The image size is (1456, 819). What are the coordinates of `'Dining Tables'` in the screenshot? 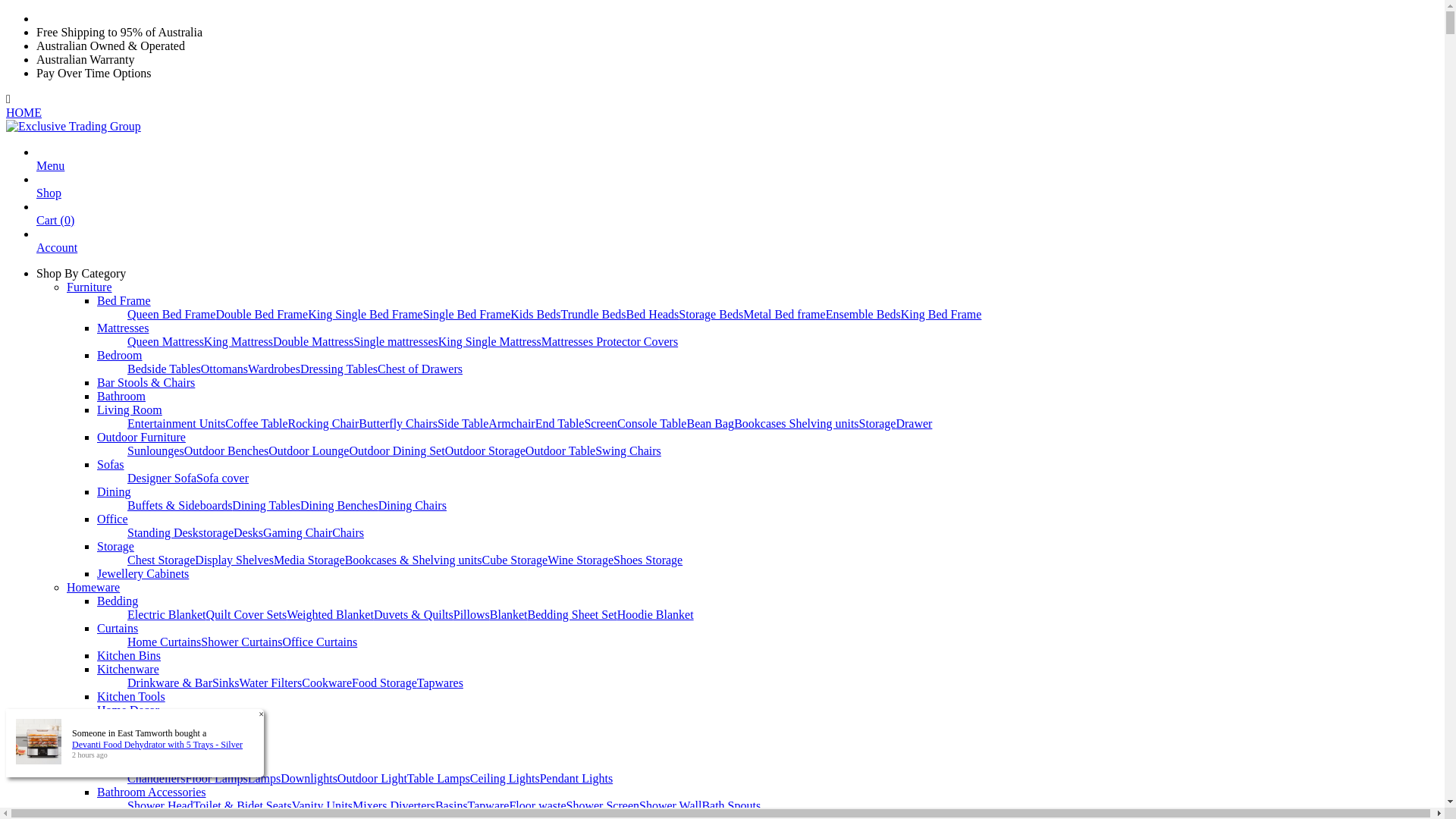 It's located at (265, 505).